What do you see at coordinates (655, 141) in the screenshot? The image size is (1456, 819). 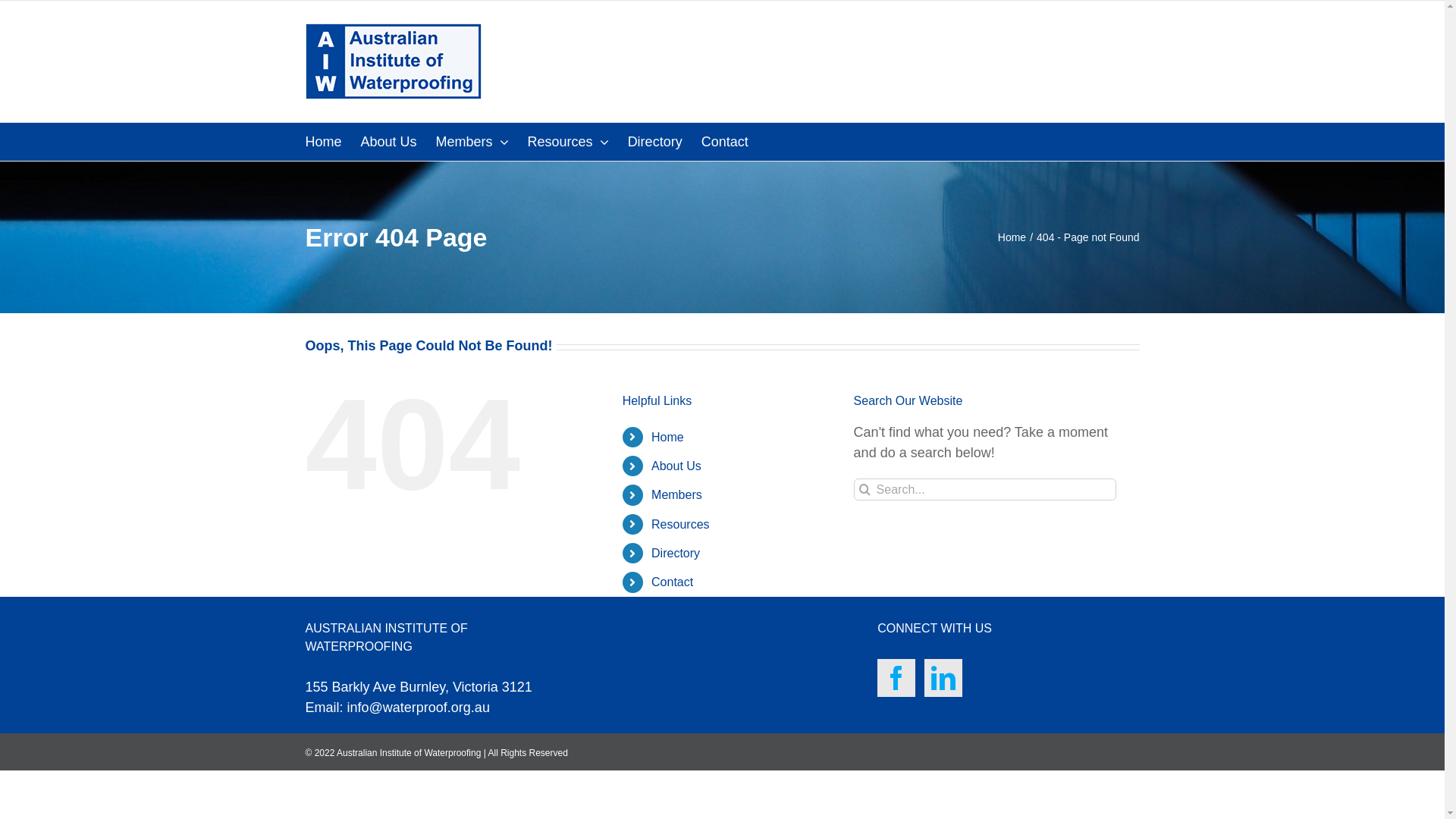 I see `'Directory'` at bounding box center [655, 141].